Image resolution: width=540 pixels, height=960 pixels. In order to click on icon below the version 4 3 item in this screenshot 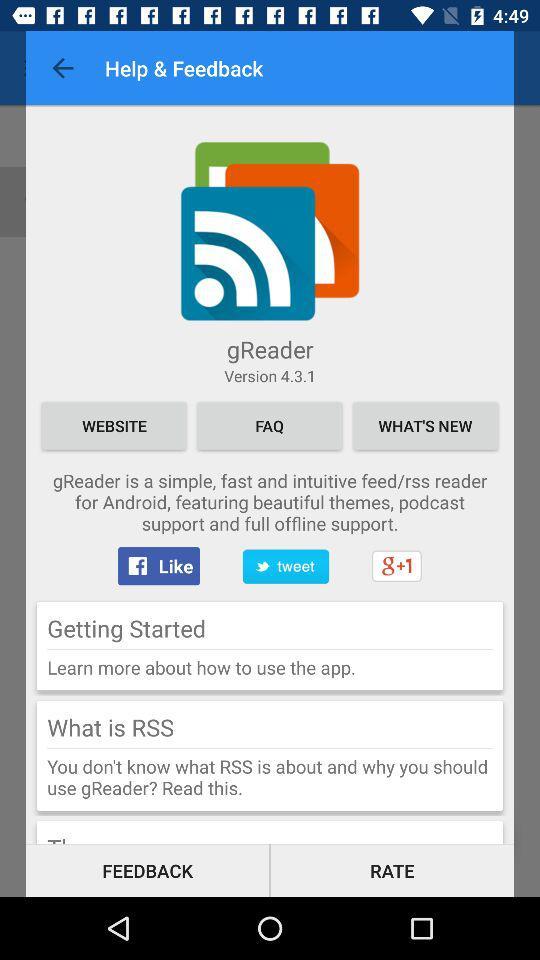, I will do `click(114, 425)`.